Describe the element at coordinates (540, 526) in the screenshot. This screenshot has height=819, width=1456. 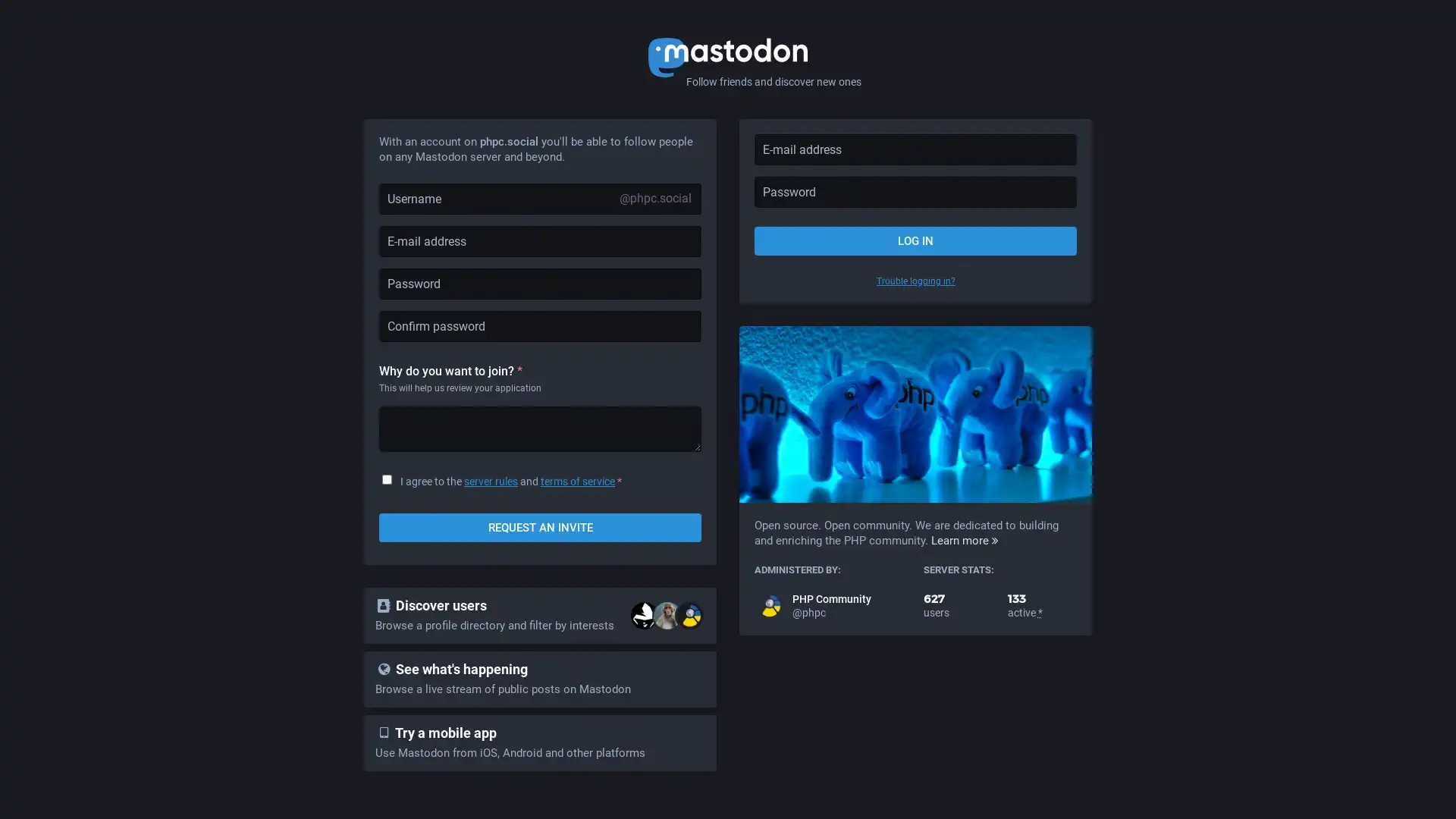
I see `REQUEST AN INVITE` at that location.